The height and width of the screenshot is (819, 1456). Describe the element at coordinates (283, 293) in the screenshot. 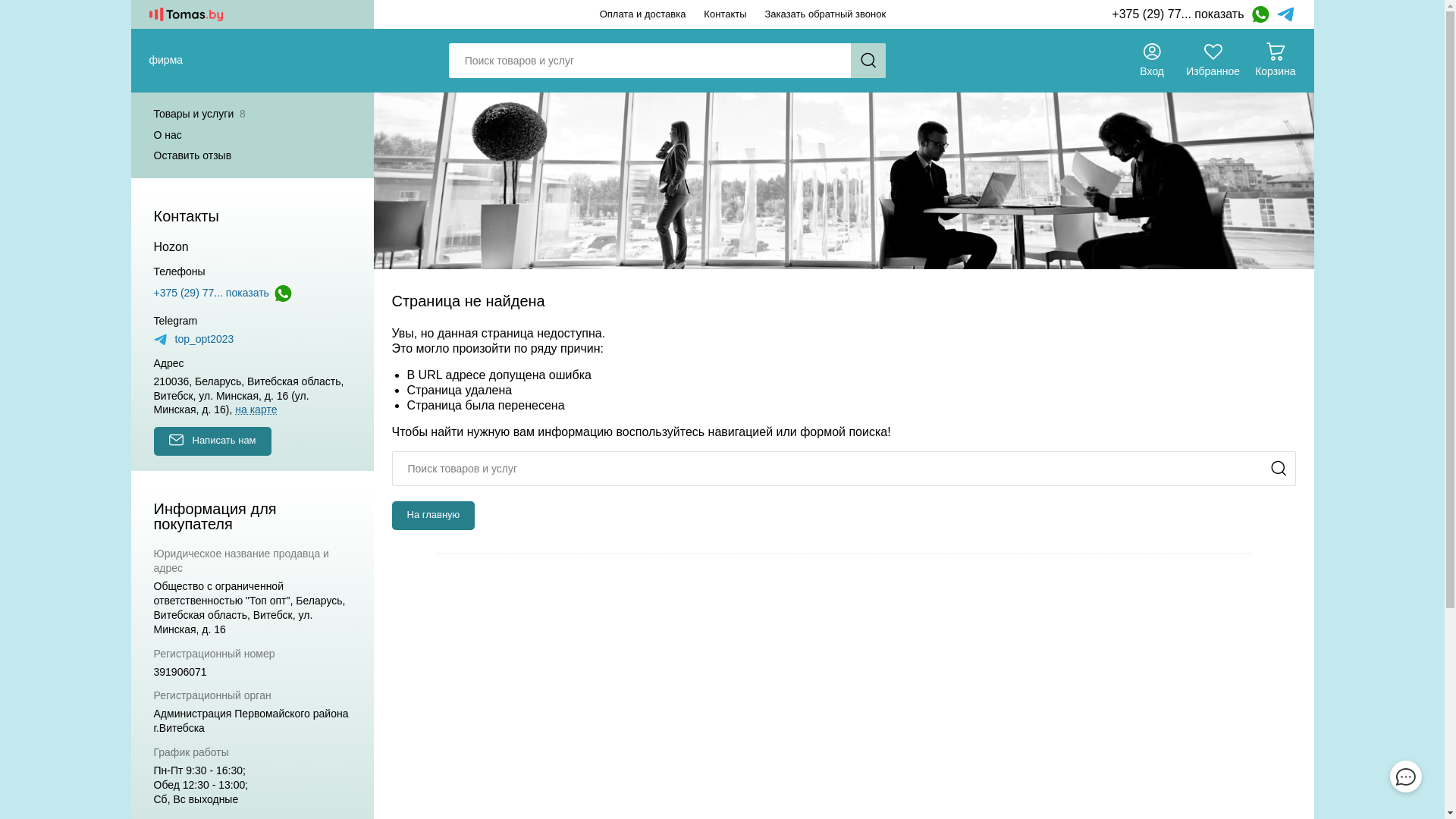

I see `'WhatsApp'` at that location.